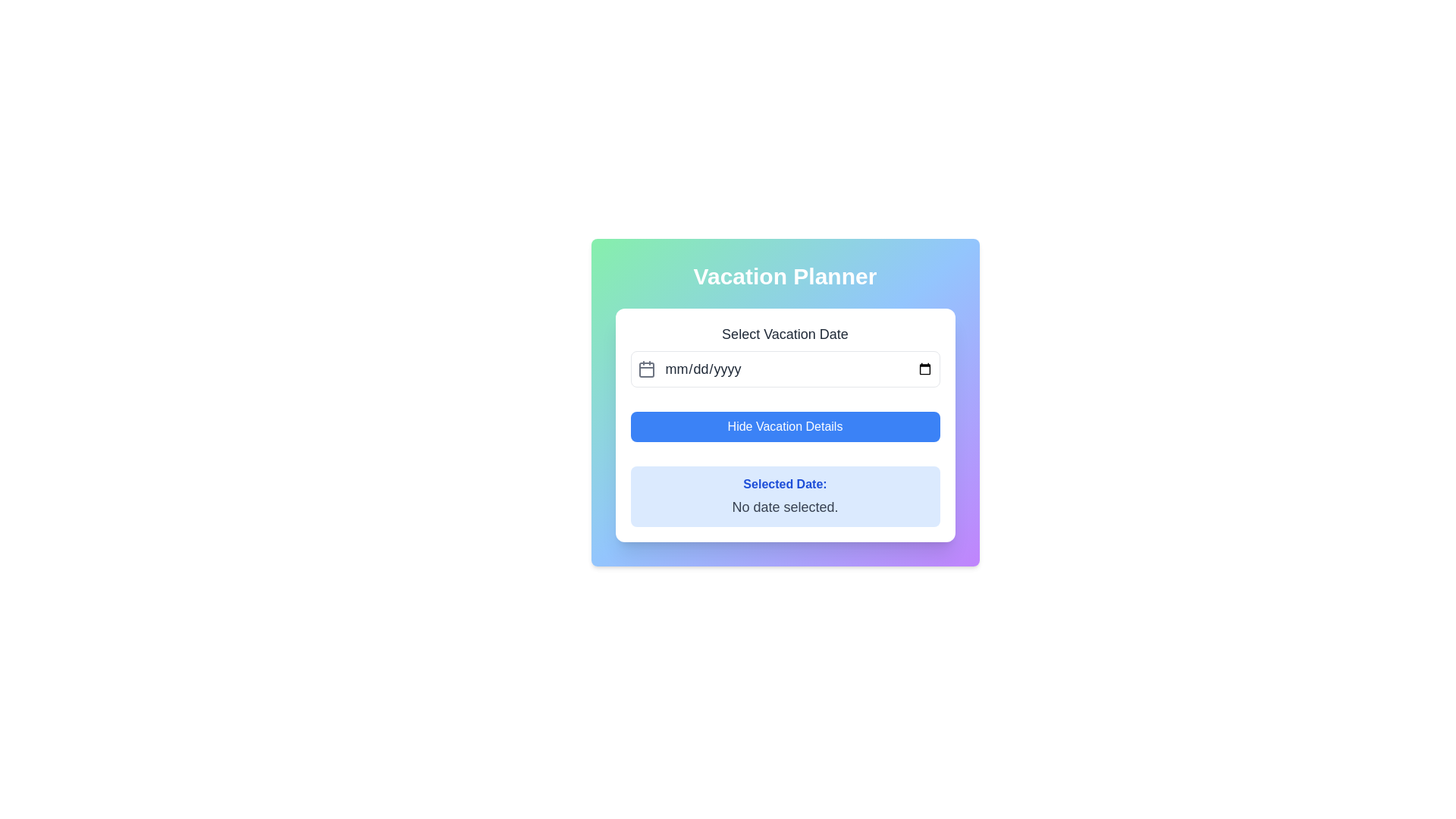 Image resolution: width=1456 pixels, height=819 pixels. I want to click on the Date Input Field used for selecting or entering a date by clicking on it to enable text entry, so click(798, 369).